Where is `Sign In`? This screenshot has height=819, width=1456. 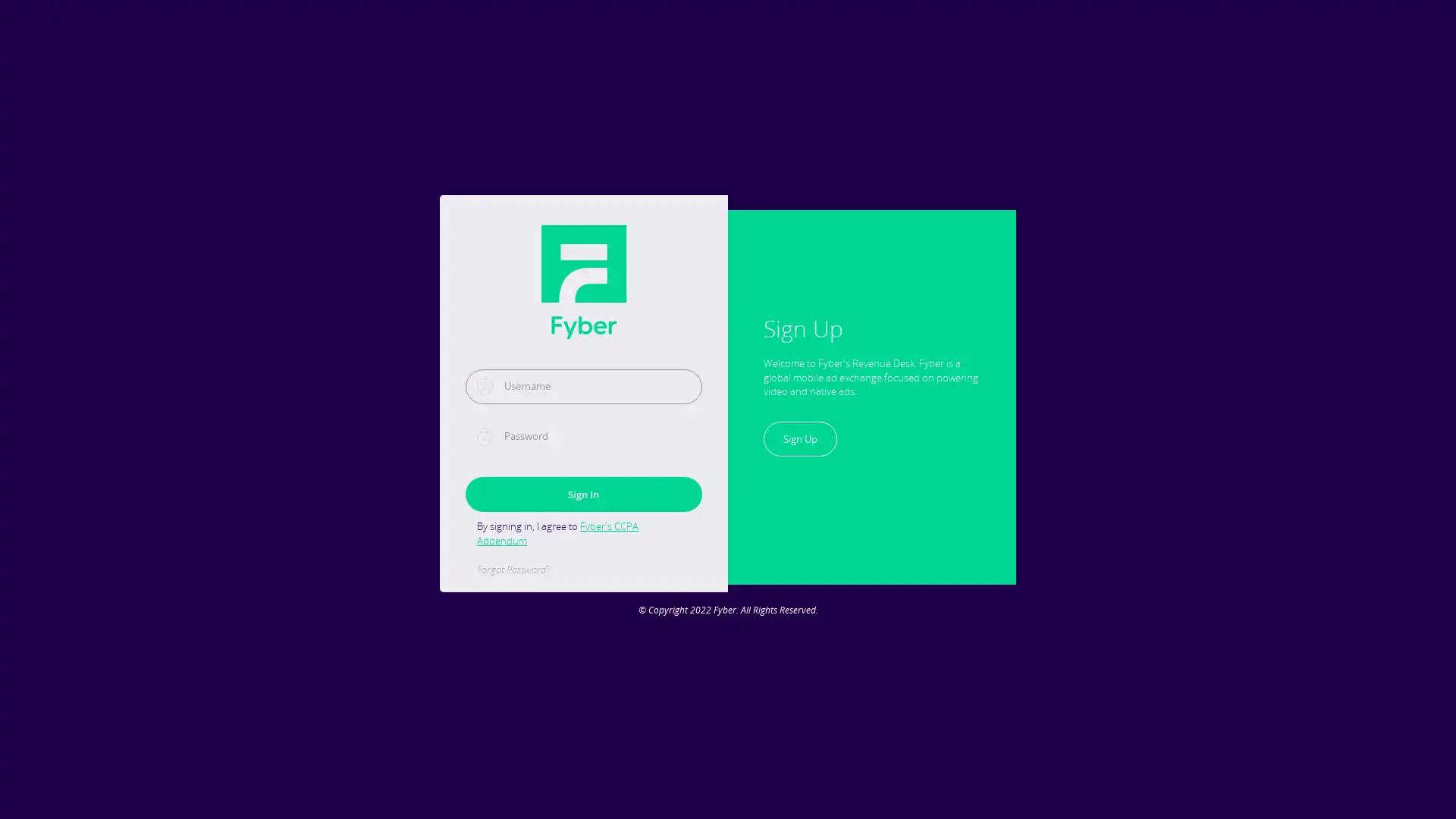 Sign In is located at coordinates (582, 494).